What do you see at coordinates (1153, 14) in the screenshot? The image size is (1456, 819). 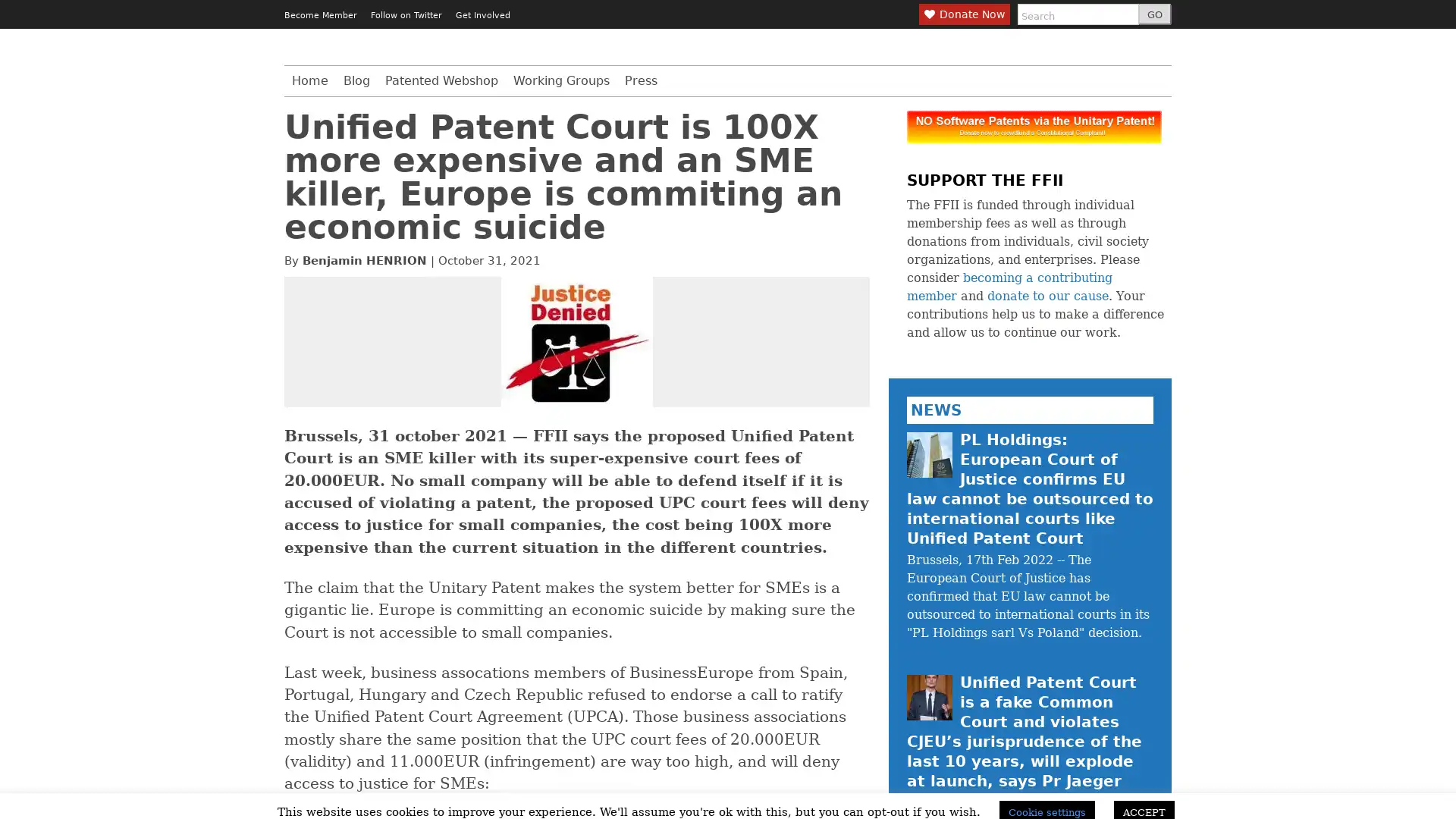 I see `GO` at bounding box center [1153, 14].